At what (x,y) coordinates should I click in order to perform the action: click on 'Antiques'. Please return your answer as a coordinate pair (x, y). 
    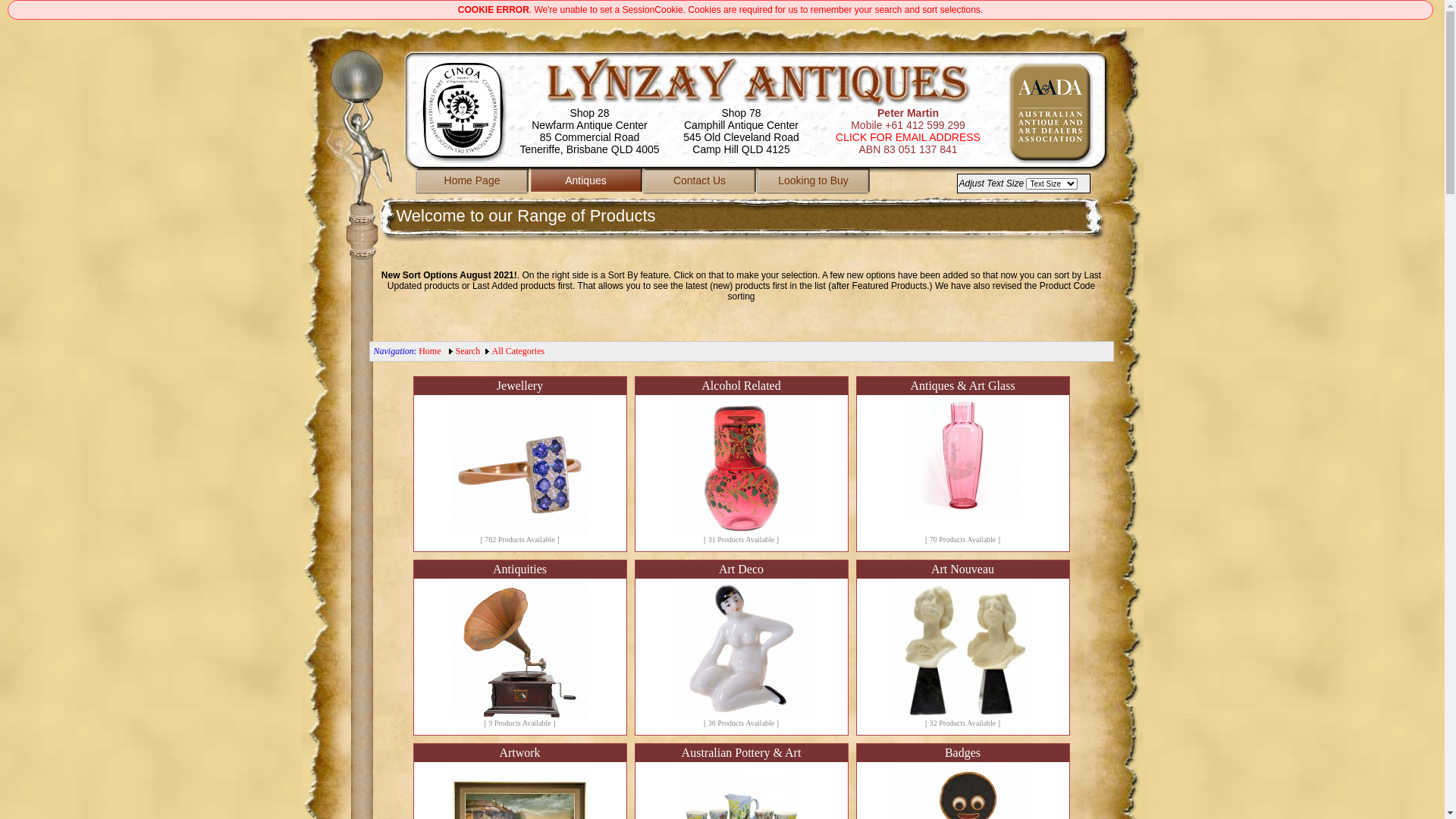
    Looking at the image, I should click on (585, 181).